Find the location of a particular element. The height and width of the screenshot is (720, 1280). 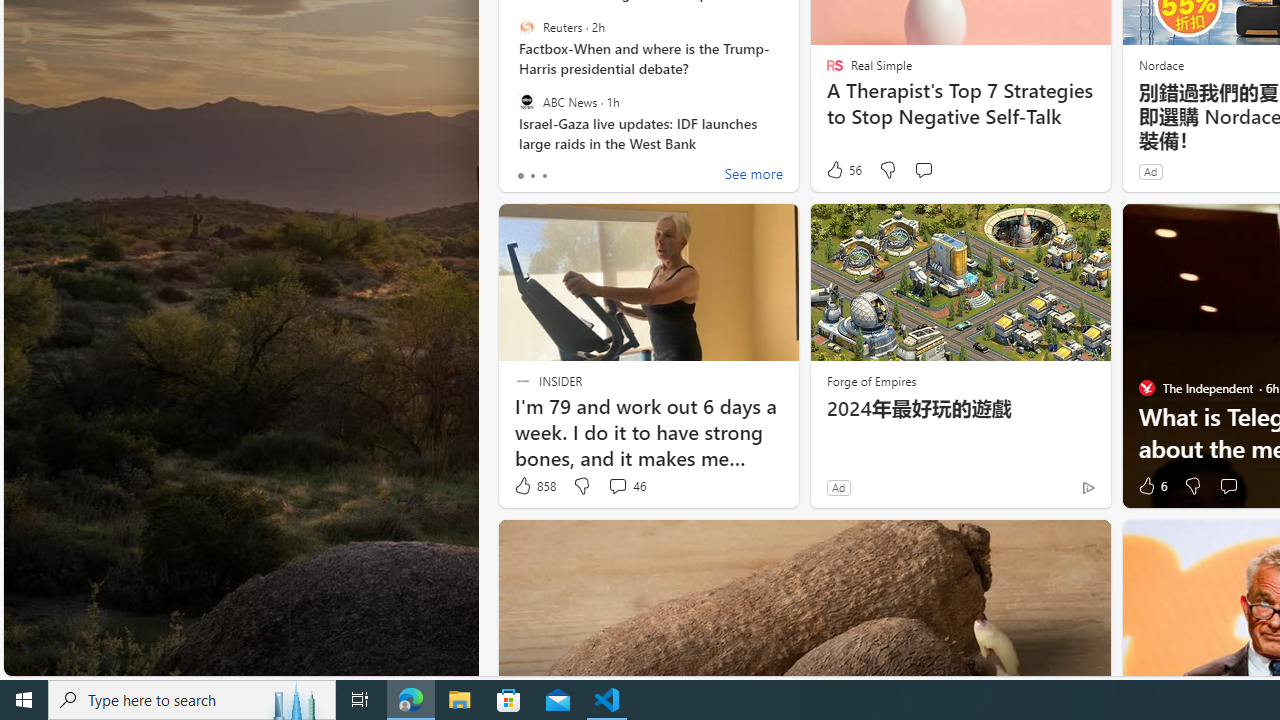

'56 Like' is located at coordinates (843, 169).